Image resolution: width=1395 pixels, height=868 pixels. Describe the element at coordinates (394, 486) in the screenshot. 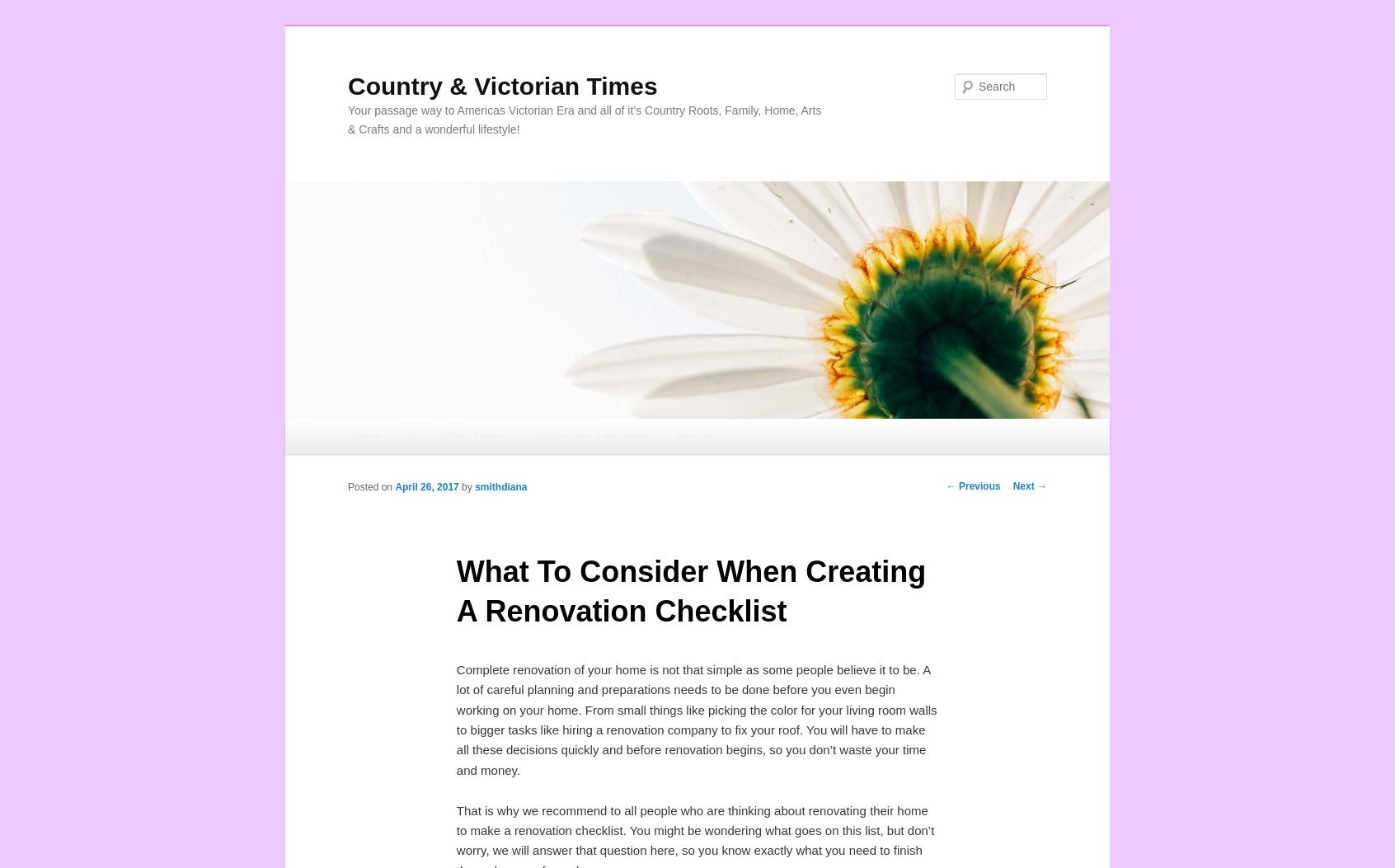

I see `'April 26, 2017'` at that location.